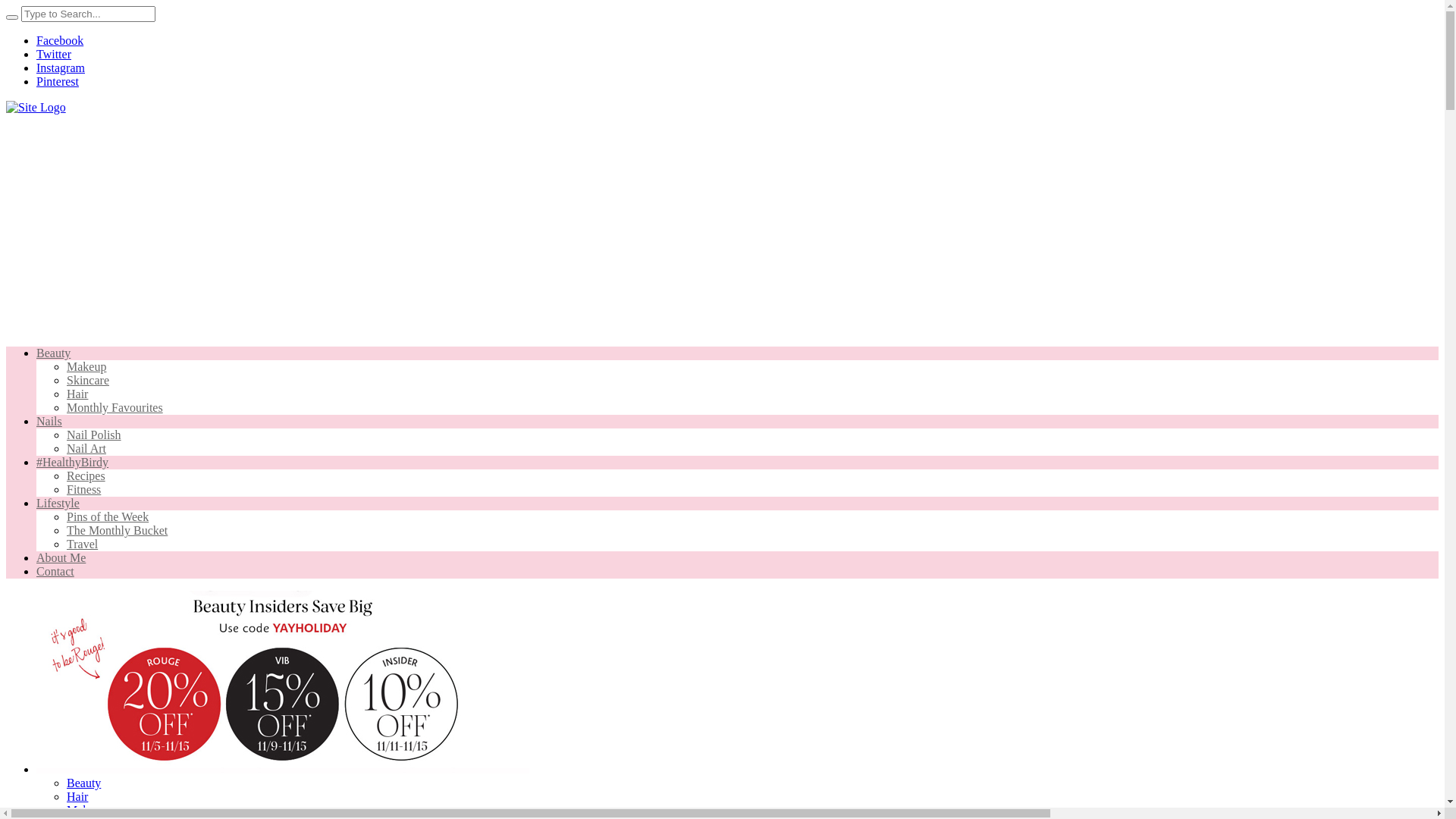  What do you see at coordinates (36, 39) in the screenshot?
I see `'Facebook'` at bounding box center [36, 39].